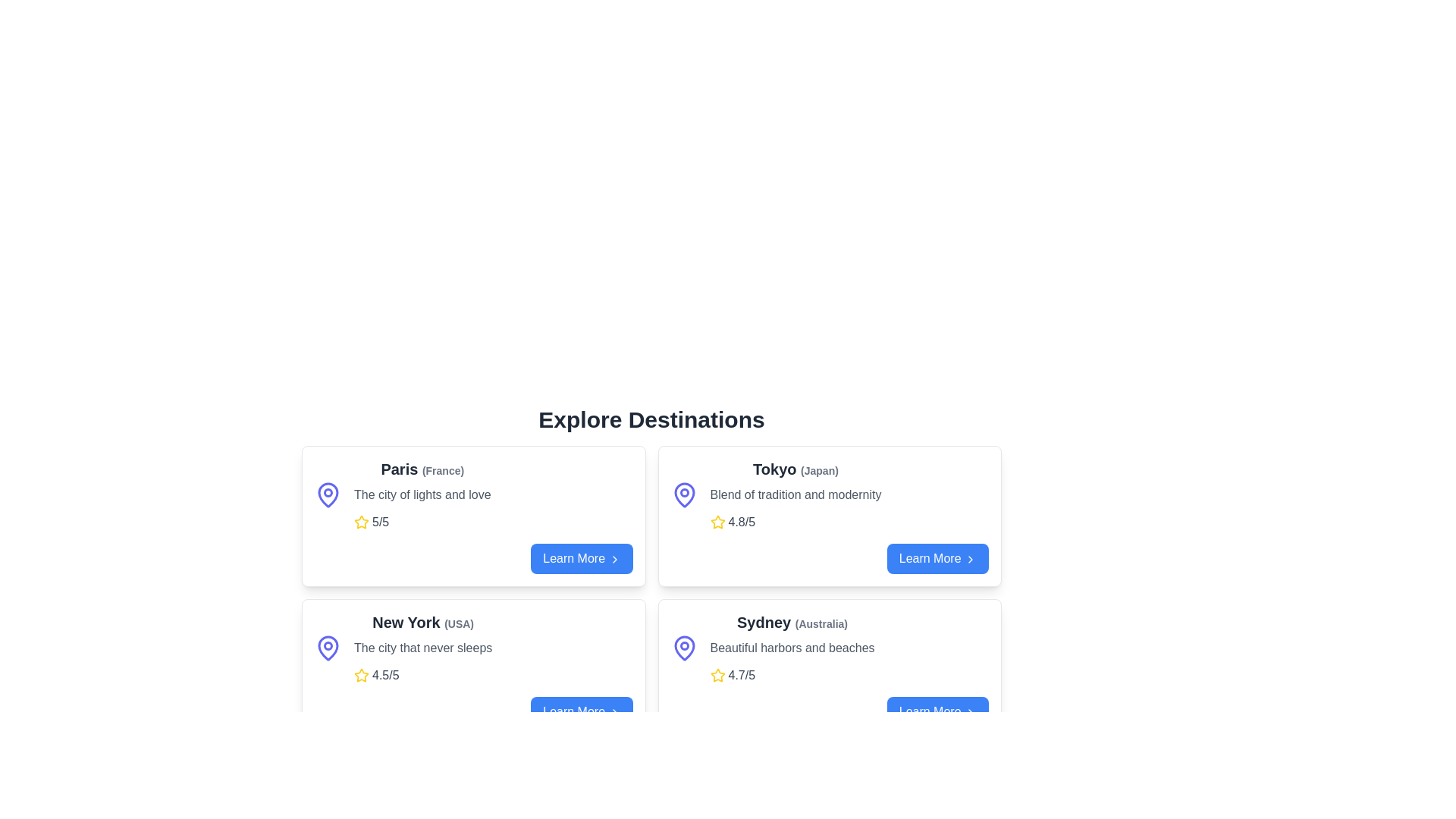  I want to click on the static text label displaying 'Beautiful harbors and beaches' which is located below the title 'Sydney (Australia)' in the lower-right card of a grid layout, so click(792, 648).